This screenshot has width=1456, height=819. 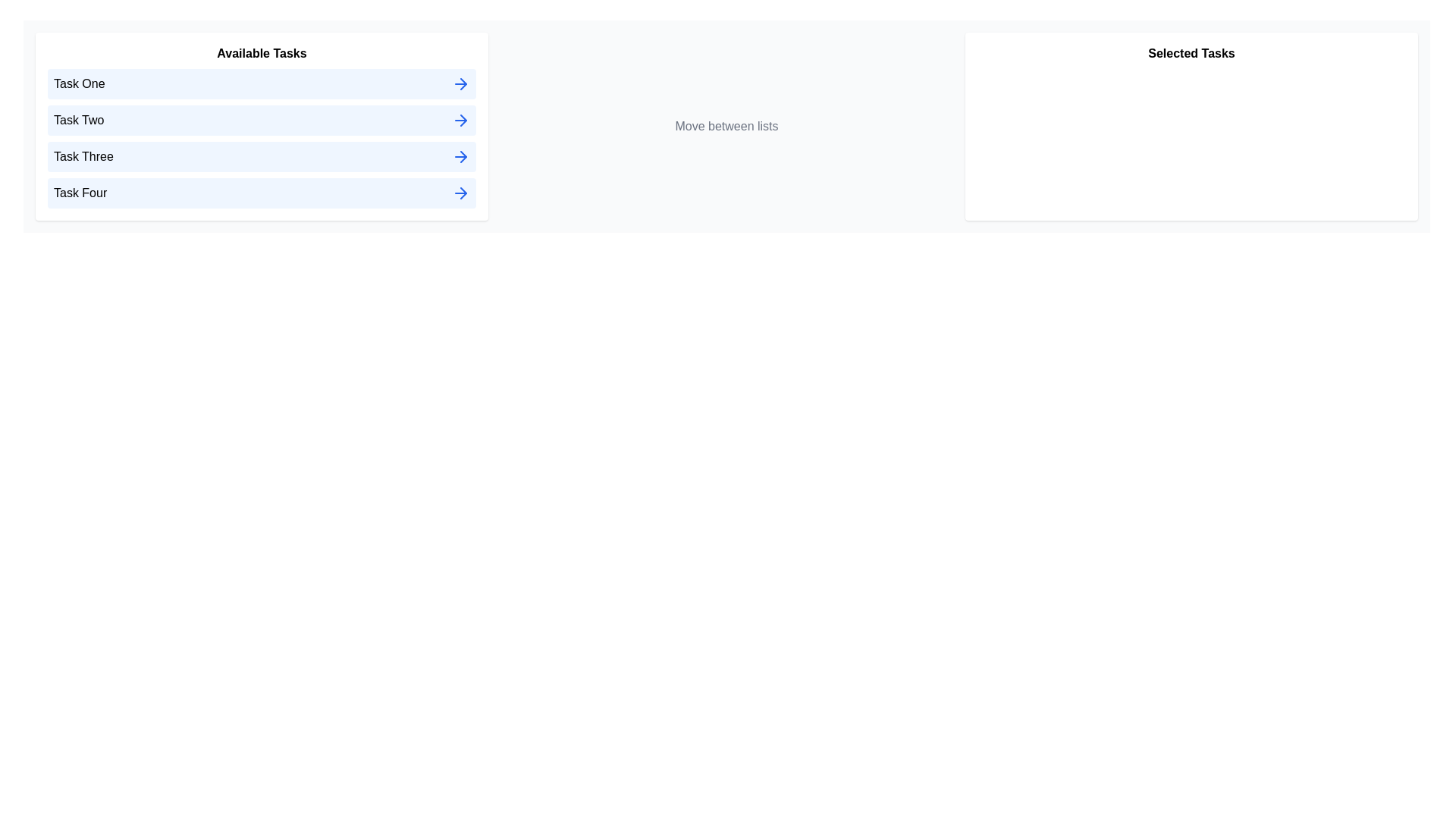 I want to click on right arrow icon next to the task named Task Two in the 'Available Tasks' list, so click(x=460, y=119).